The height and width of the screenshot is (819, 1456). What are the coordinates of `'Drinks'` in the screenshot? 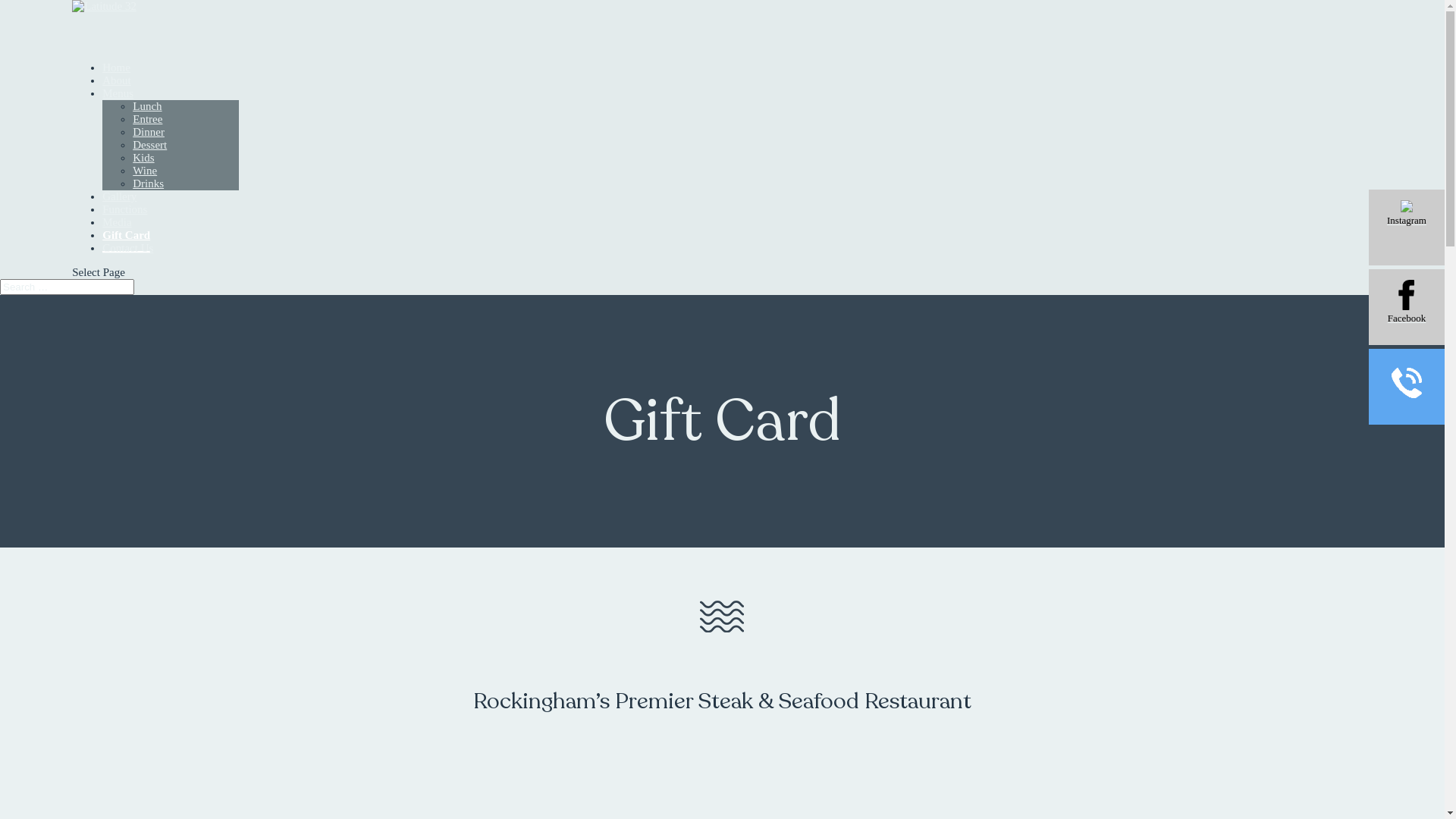 It's located at (148, 183).